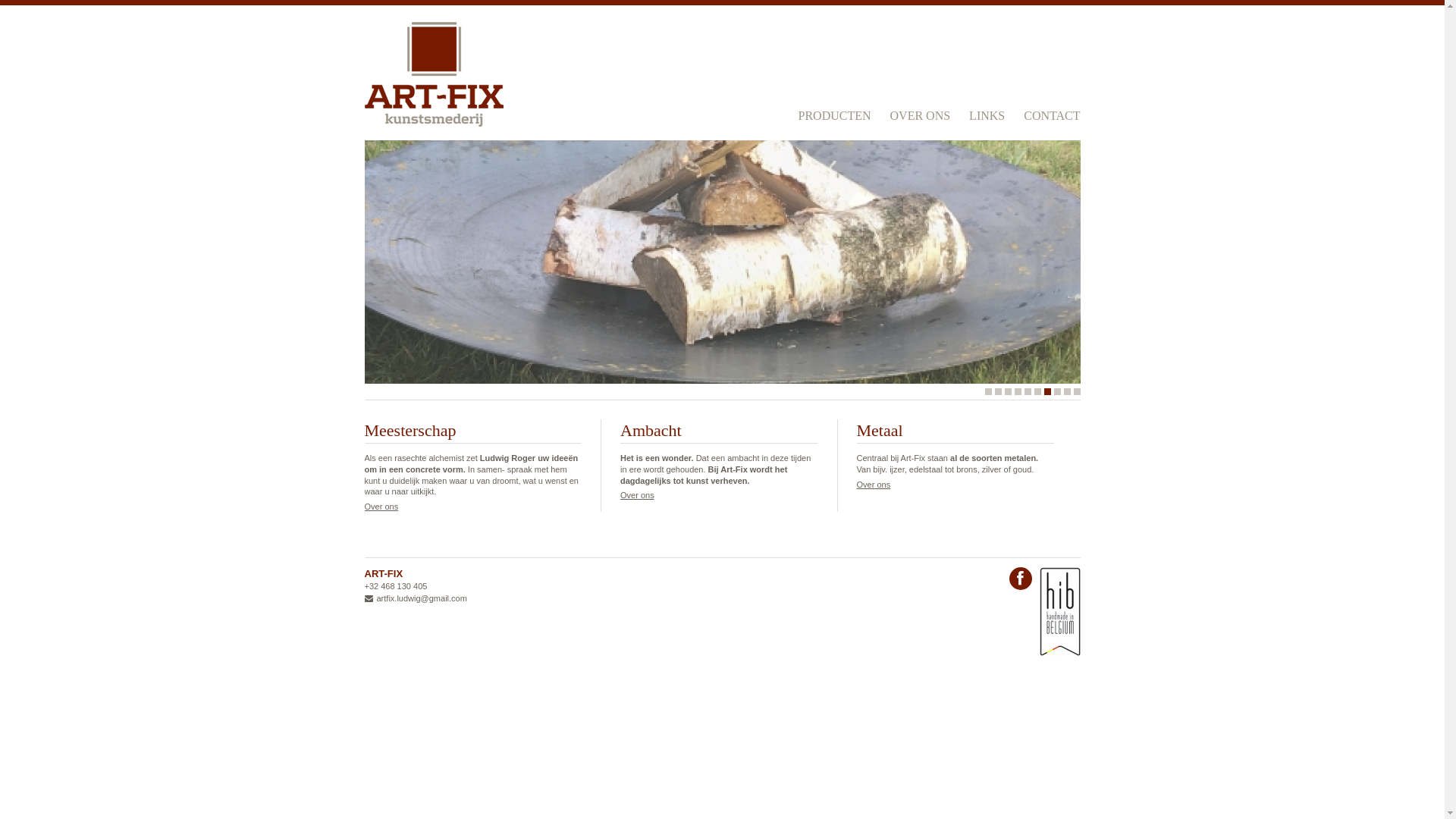 The height and width of the screenshot is (819, 1456). What do you see at coordinates (1076, 391) in the screenshot?
I see `'10'` at bounding box center [1076, 391].